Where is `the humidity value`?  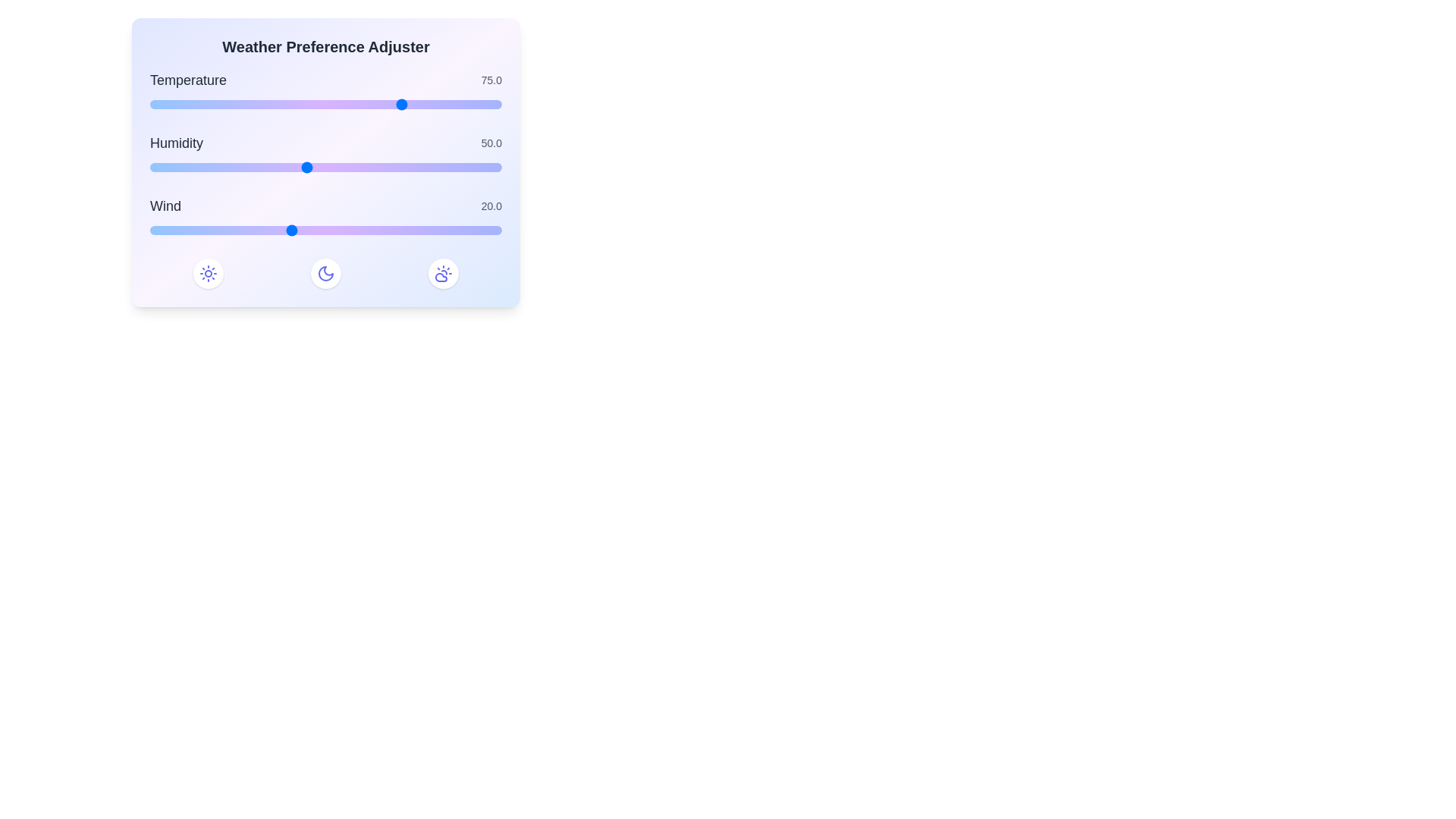
the humidity value is located at coordinates (416, 167).